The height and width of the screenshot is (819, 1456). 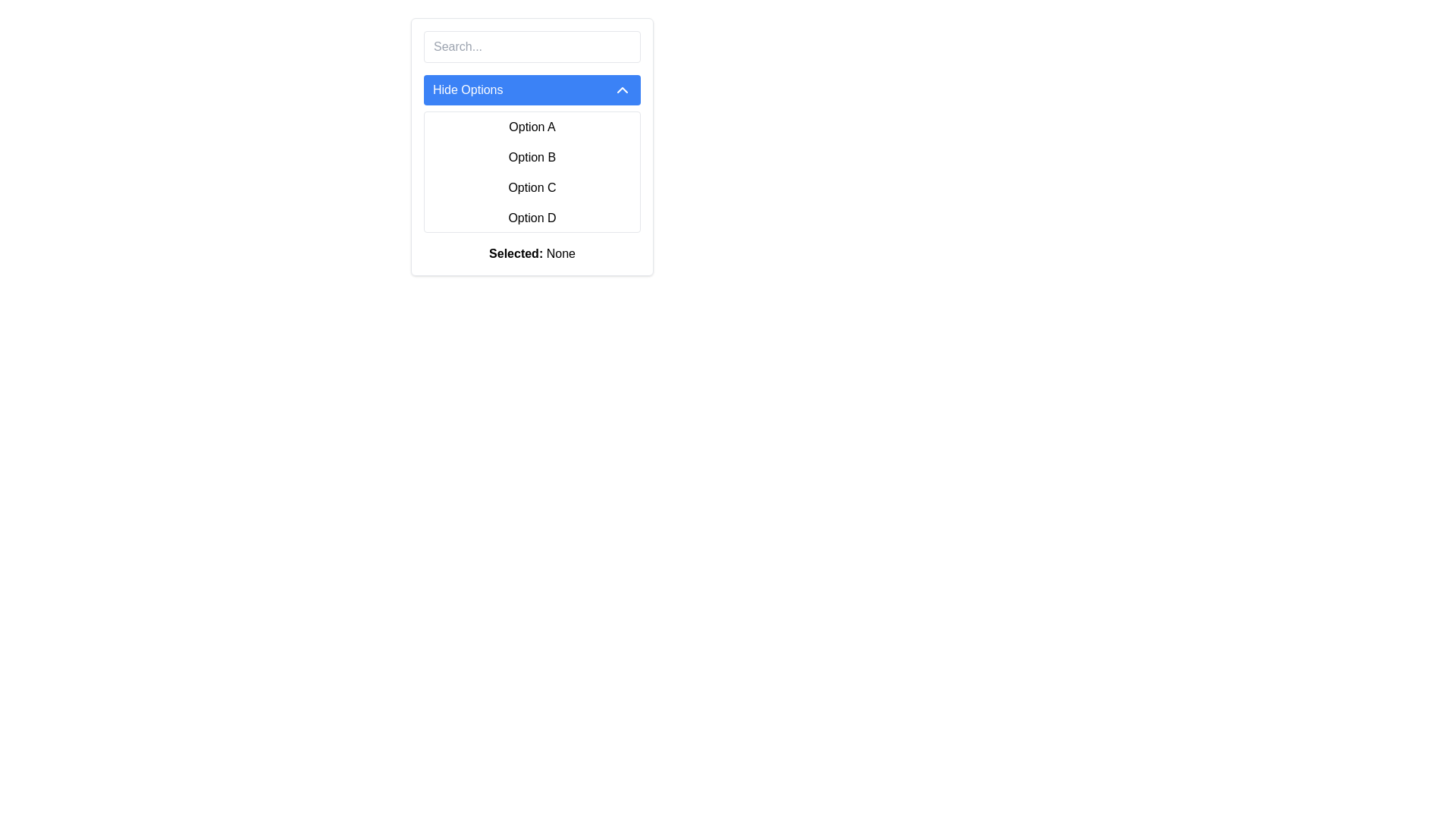 I want to click on the button located within the dropdown component, so click(x=532, y=90).